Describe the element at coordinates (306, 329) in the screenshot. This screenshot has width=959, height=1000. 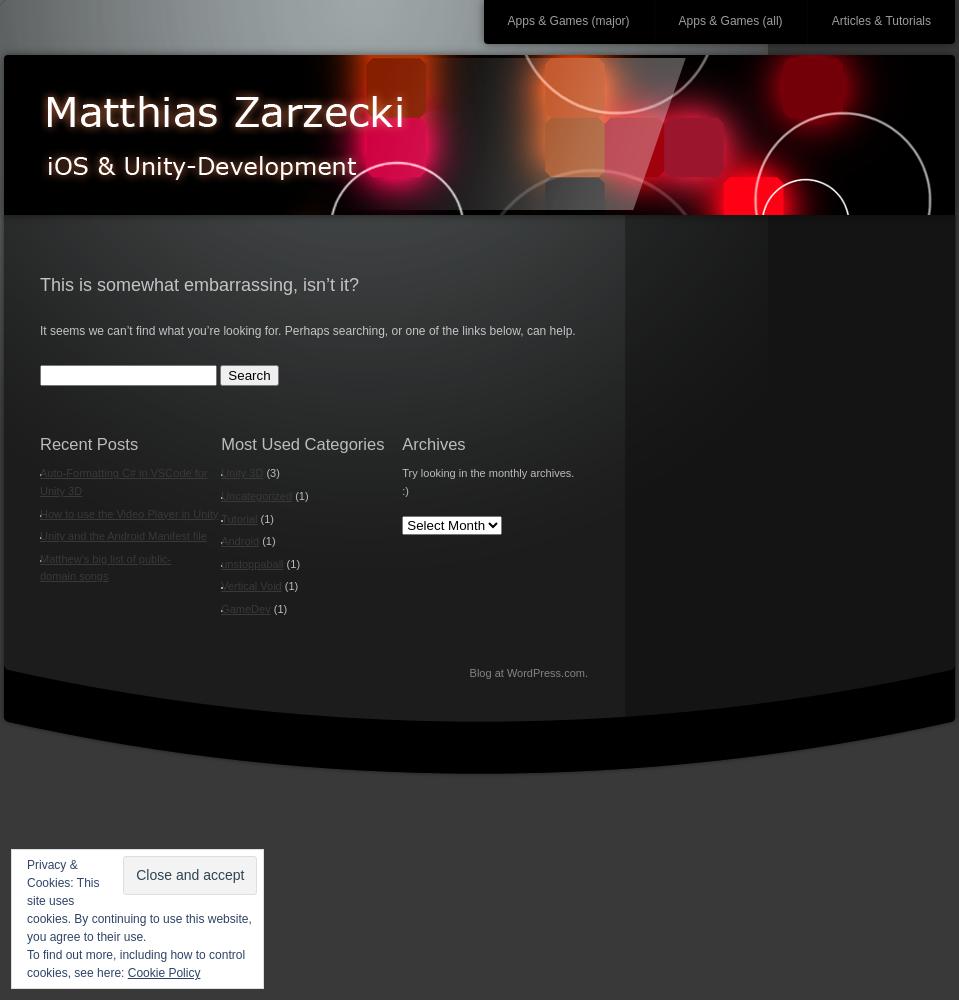
I see `'It seems we can’t find what you’re looking for. Perhaps searching, or one of the links below, can help.'` at that location.